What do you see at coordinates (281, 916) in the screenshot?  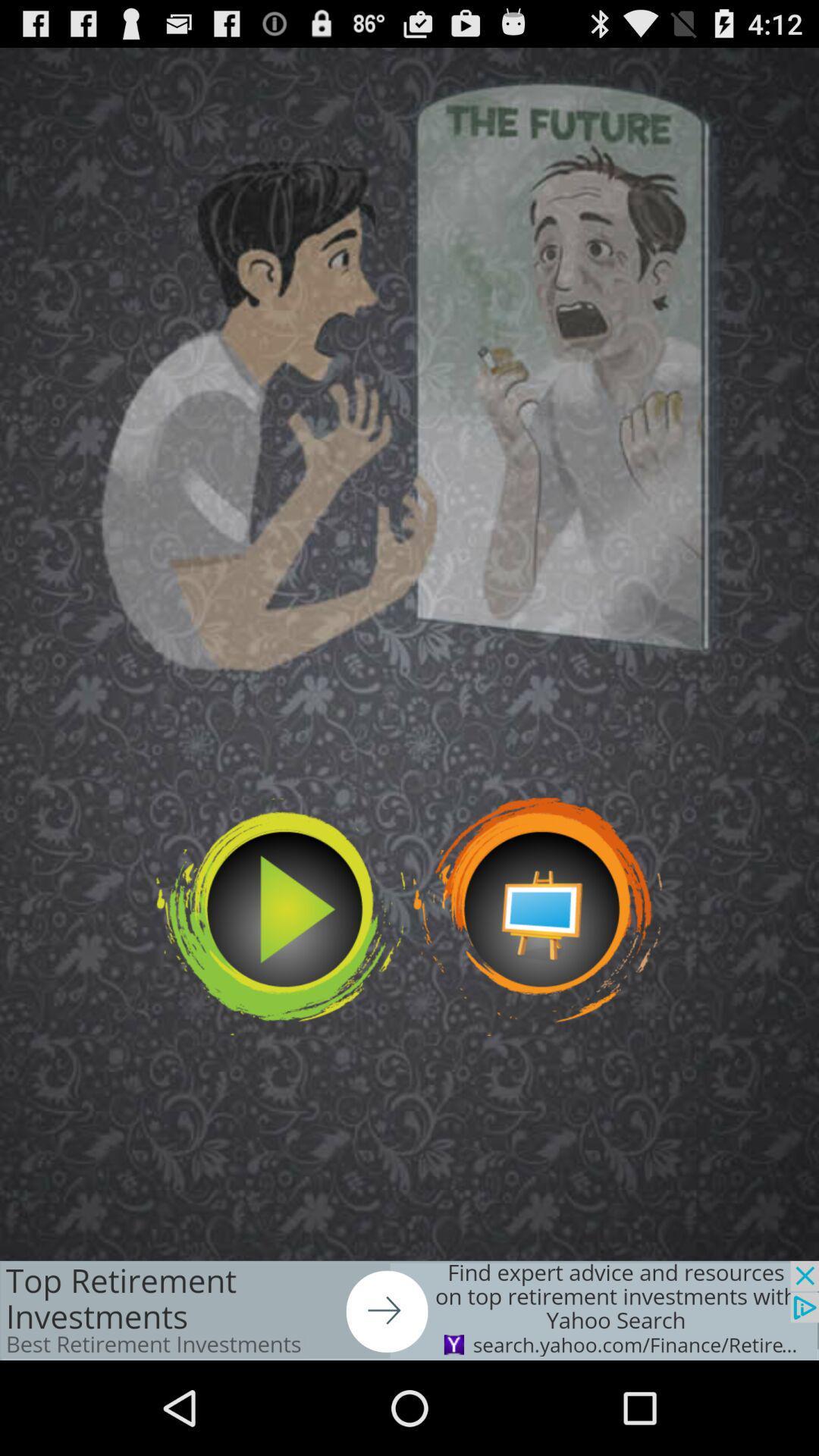 I see `the video` at bounding box center [281, 916].